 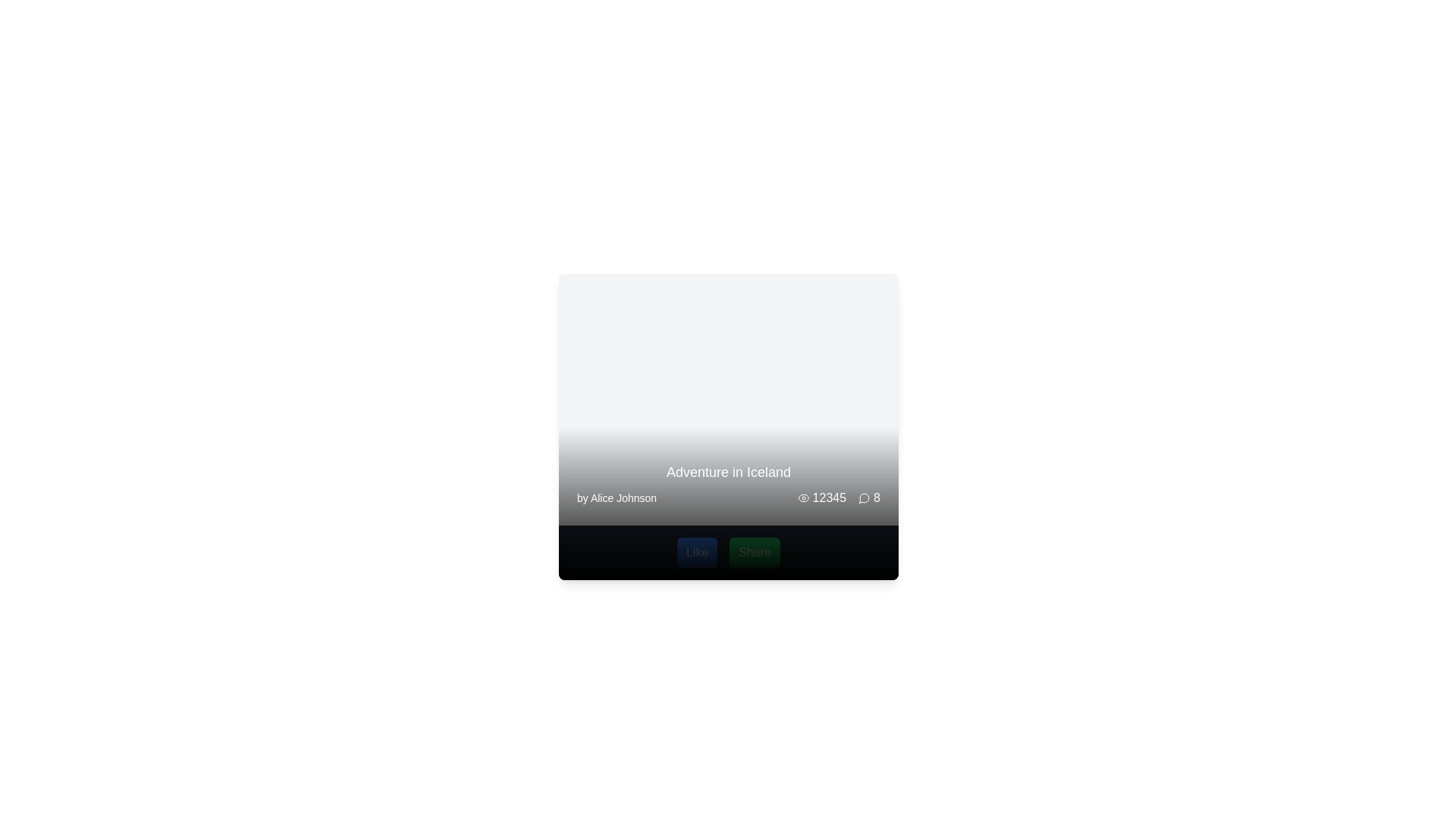 I want to click on information displayed in the Banner/Information Panel located at the bottom section of the card, above the 'Like' and 'Share' buttons, so click(x=728, y=485).